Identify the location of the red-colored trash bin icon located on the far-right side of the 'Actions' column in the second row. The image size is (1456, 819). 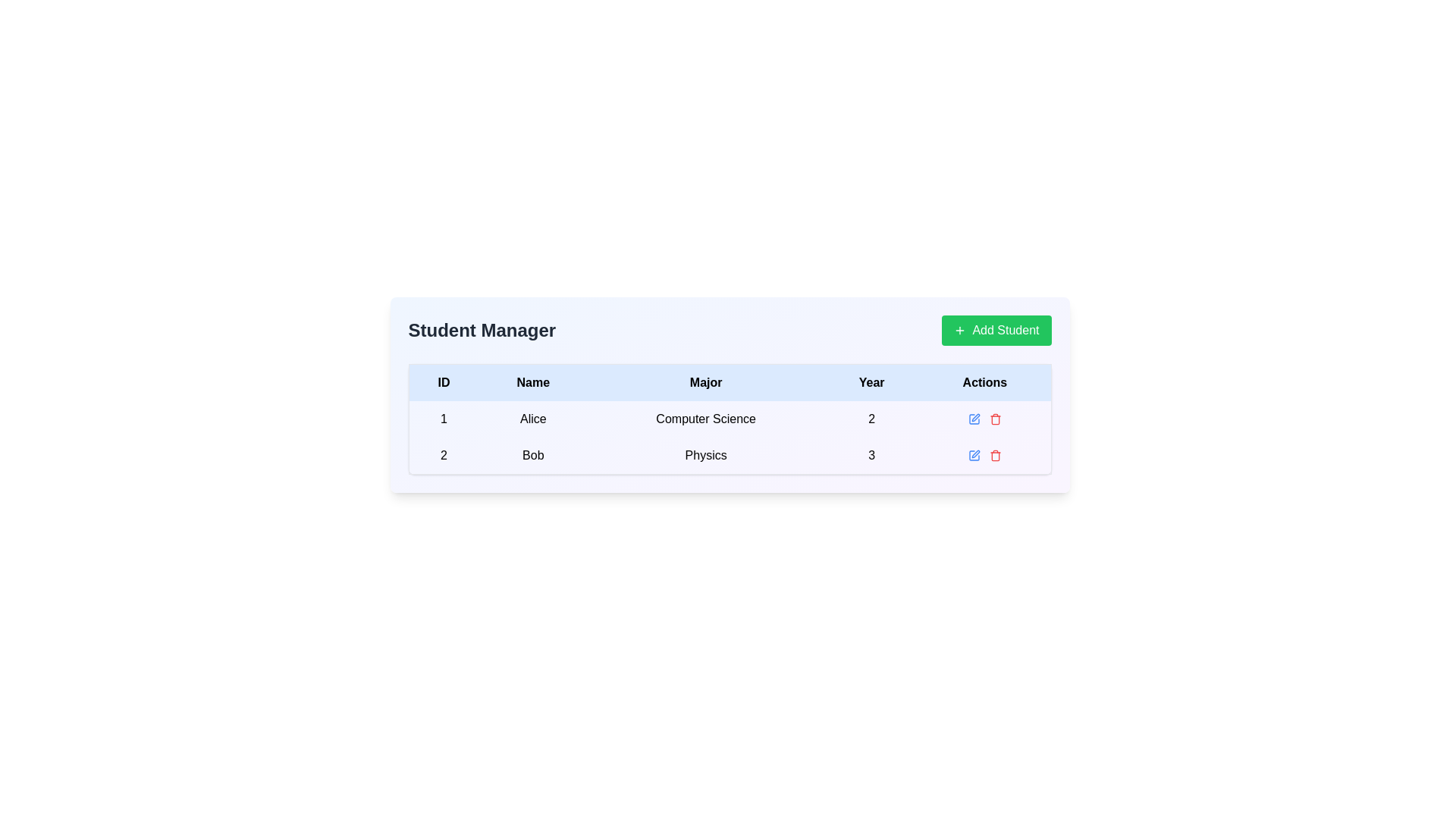
(995, 419).